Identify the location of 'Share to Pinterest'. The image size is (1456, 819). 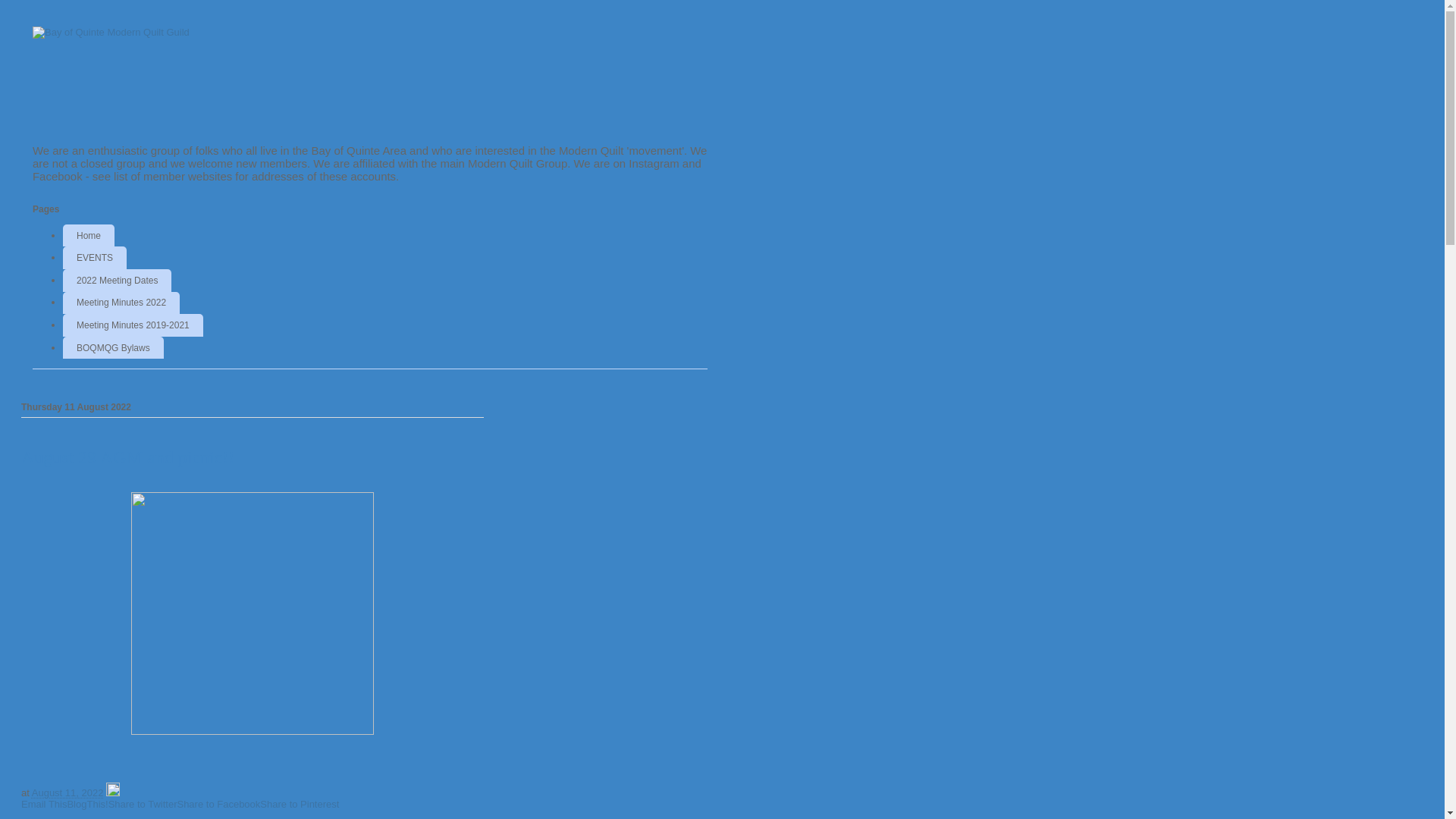
(299, 803).